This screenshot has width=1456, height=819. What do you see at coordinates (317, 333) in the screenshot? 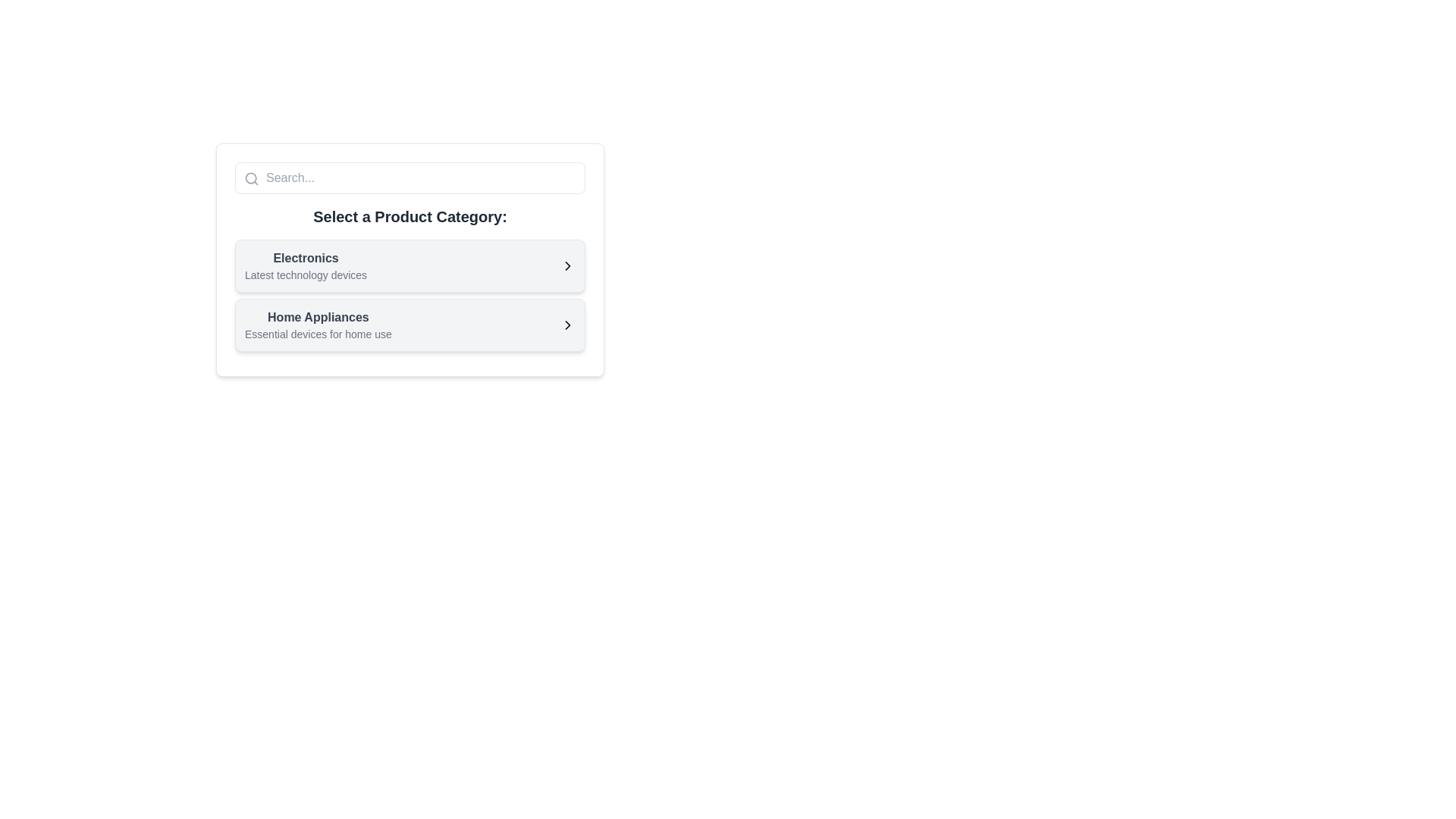
I see `the text label (subtitle) that reads 'Essential devices for home use', located beneath the heading 'Home Appliances' in the second list item of the vertically stacked menu` at bounding box center [317, 333].